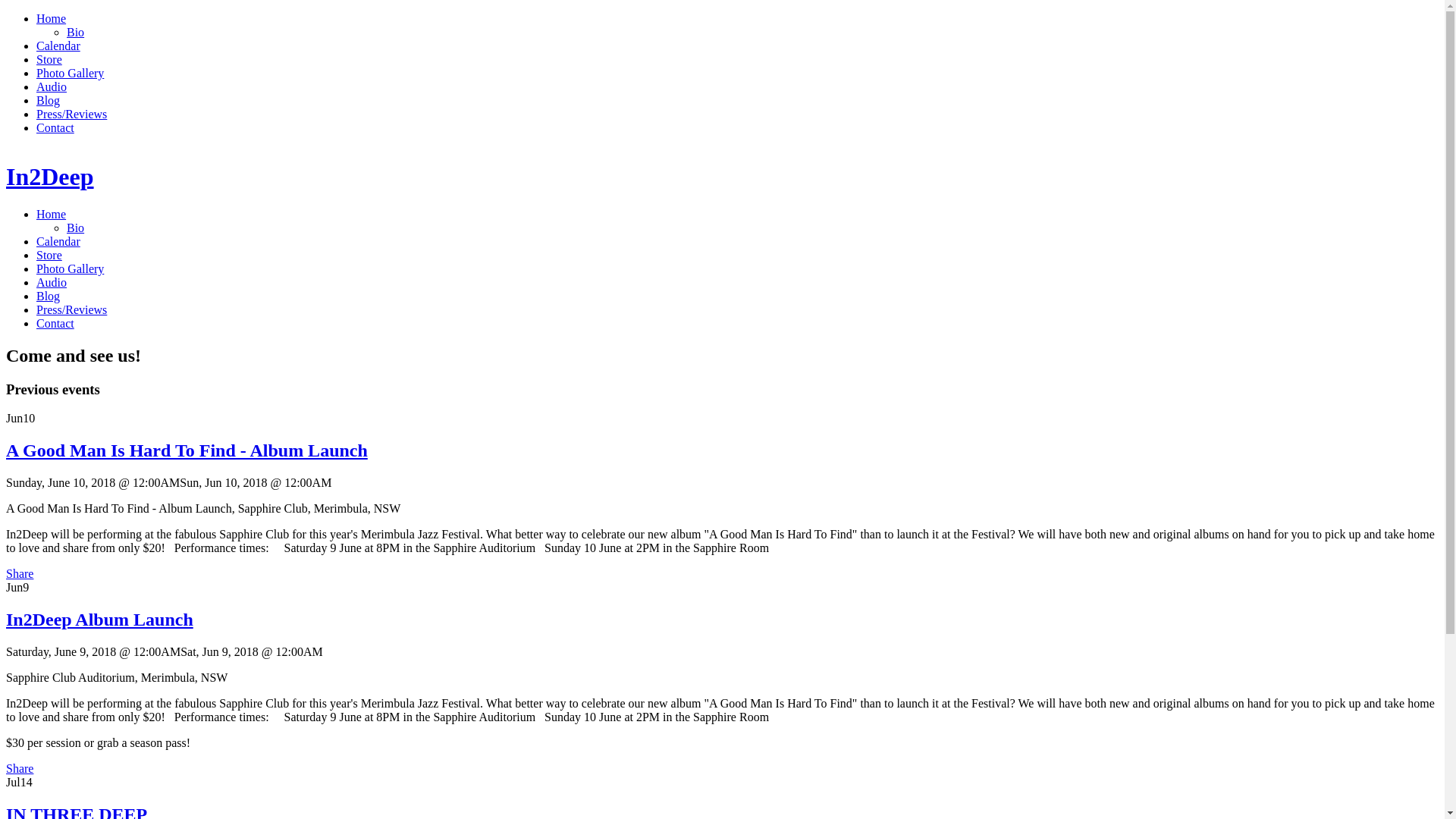 The image size is (1456, 819). Describe the element at coordinates (51, 214) in the screenshot. I see `'Home'` at that location.